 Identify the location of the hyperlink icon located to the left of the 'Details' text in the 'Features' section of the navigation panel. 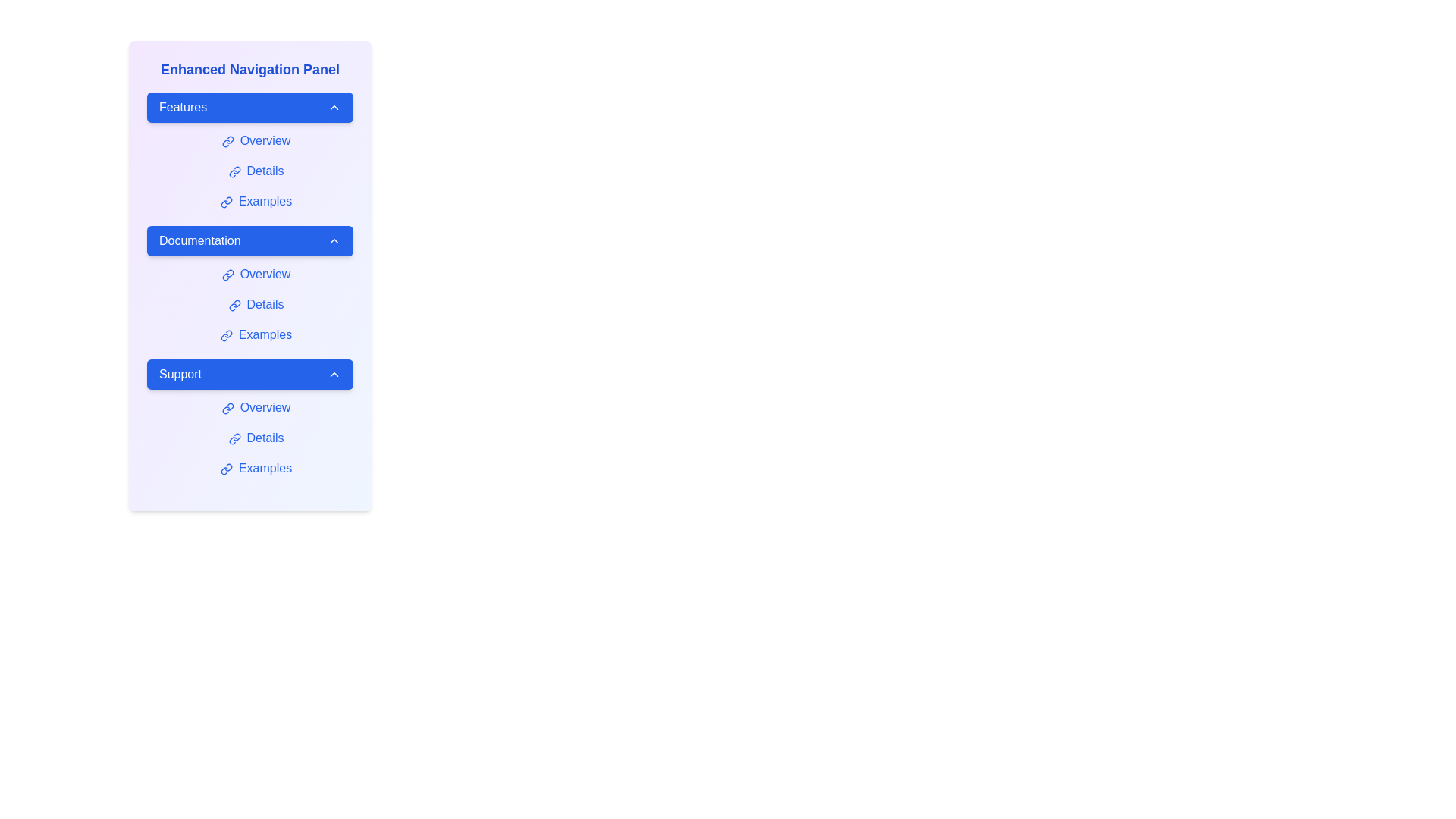
(234, 171).